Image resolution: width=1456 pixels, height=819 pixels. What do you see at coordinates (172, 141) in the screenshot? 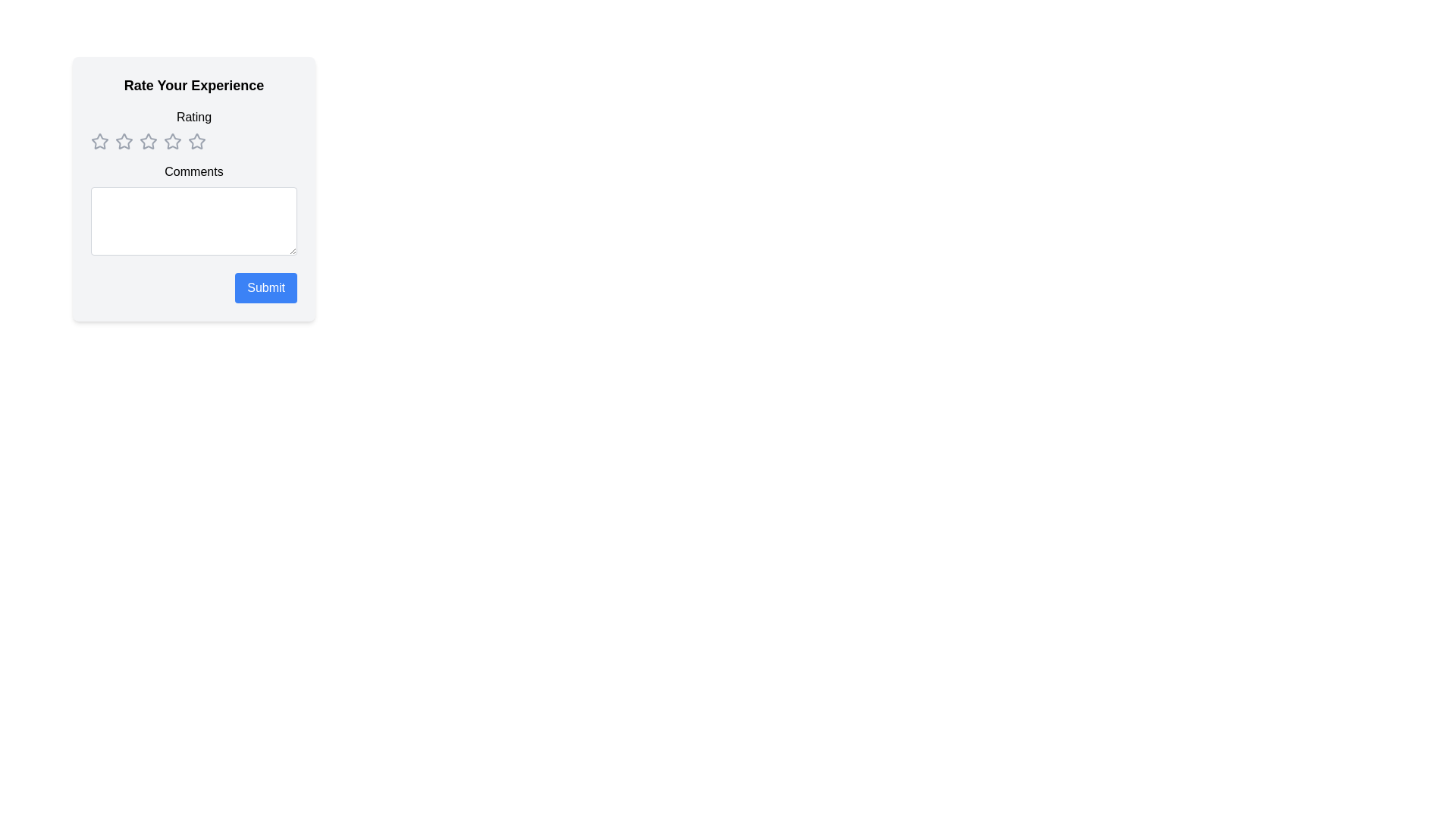
I see `the third star icon, which is a hollow five-pointed star in grayscale` at bounding box center [172, 141].